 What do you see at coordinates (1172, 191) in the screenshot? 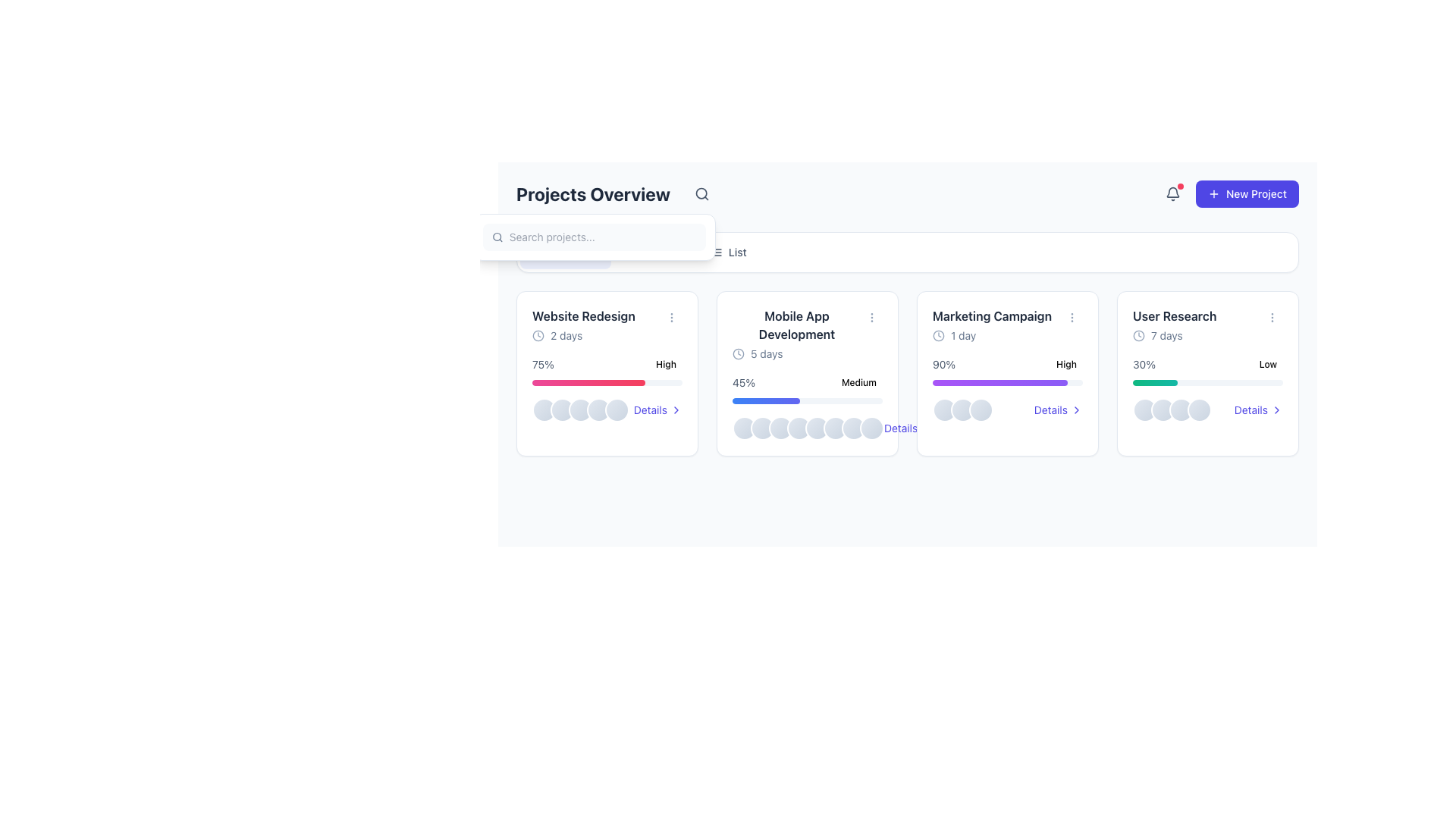
I see `the notification bell icon located in the top toolbar` at bounding box center [1172, 191].